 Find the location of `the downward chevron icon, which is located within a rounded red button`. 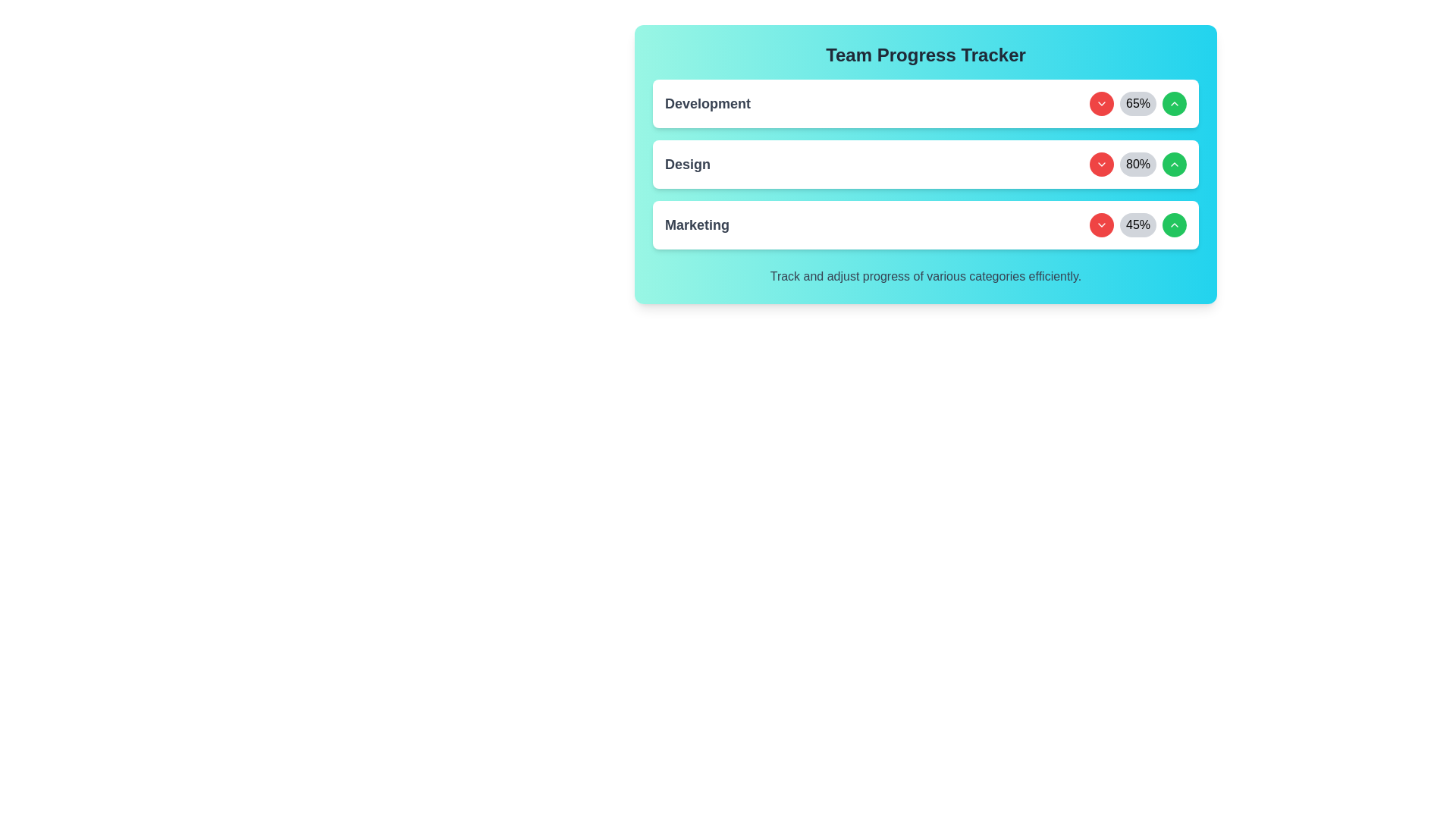

the downward chevron icon, which is located within a rounded red button is located at coordinates (1102, 164).